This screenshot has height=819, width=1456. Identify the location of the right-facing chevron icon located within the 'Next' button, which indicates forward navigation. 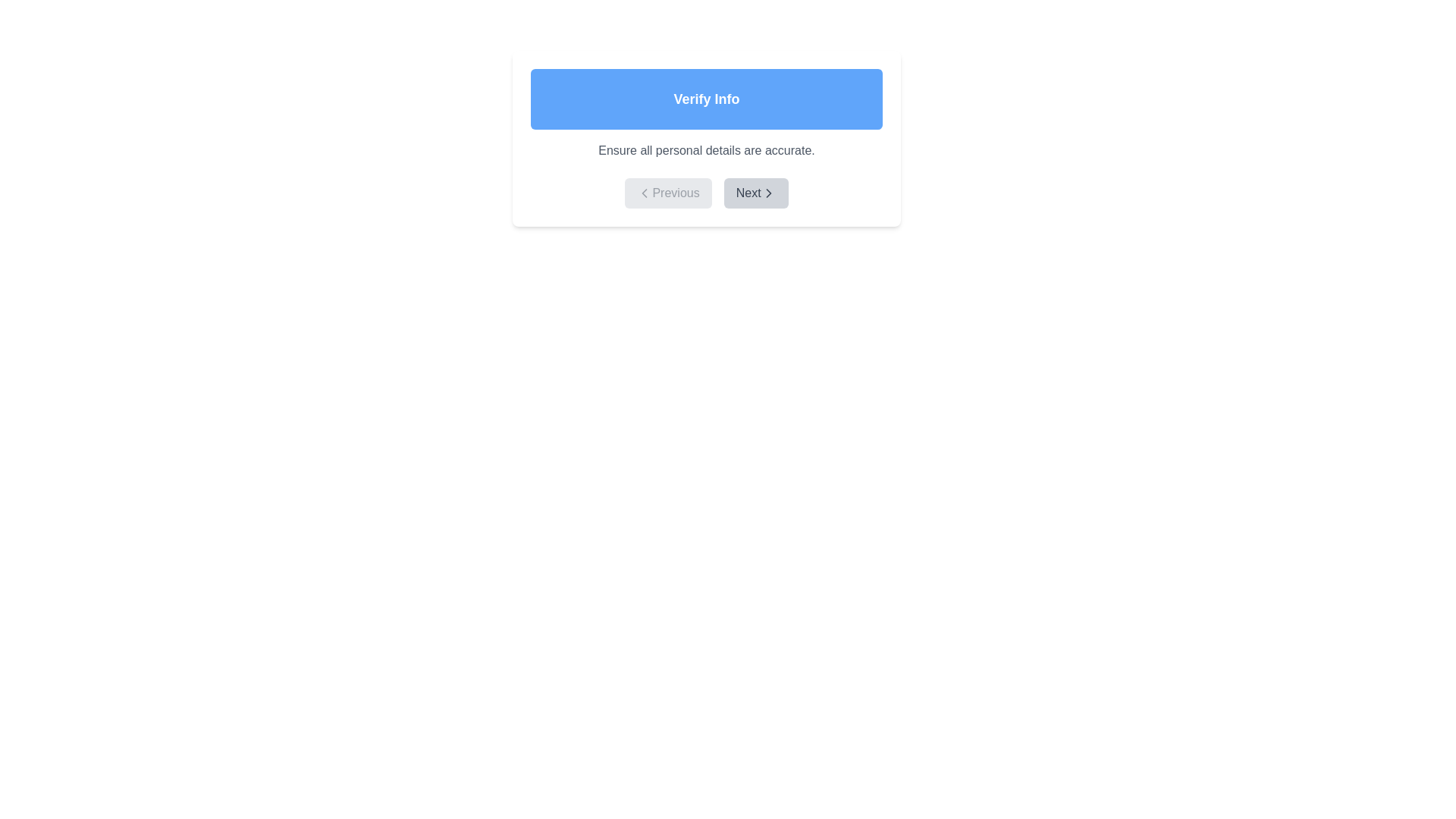
(768, 192).